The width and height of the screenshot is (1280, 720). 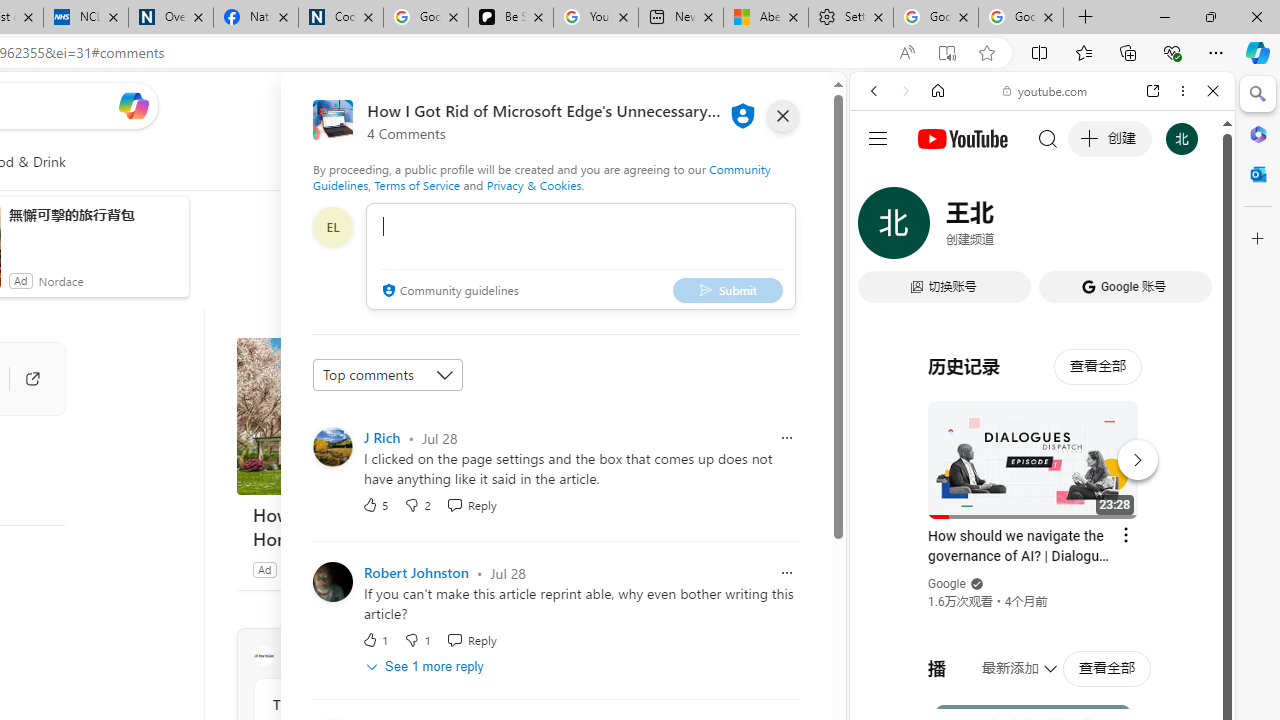 I want to click on 'WEB  ', so click(x=881, y=227).